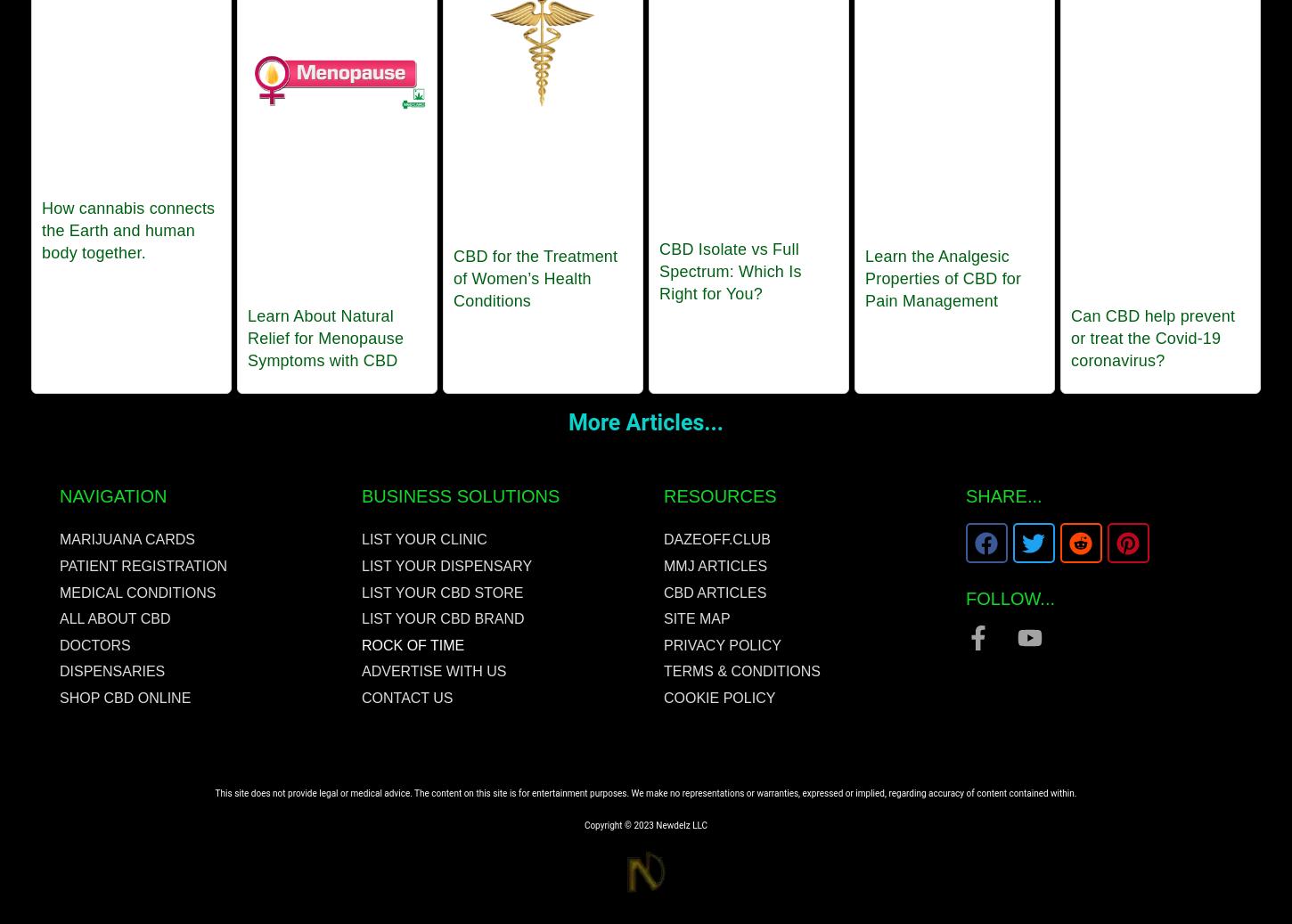 The width and height of the screenshot is (1292, 924). I want to click on 'How cannabis connects the Earth and human body together.', so click(127, 229).